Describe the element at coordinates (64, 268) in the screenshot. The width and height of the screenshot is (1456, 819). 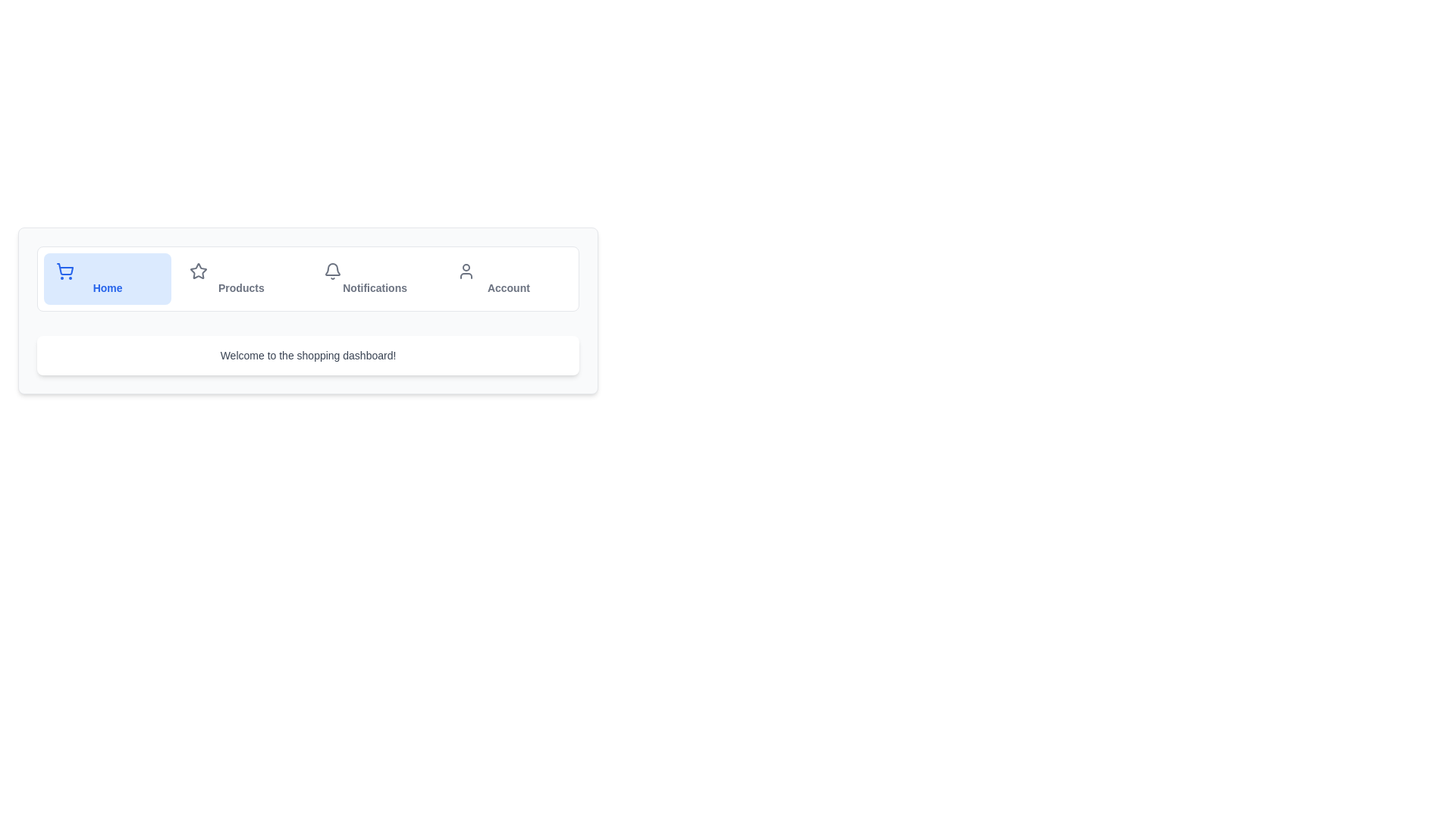
I see `the shopping cart icon in the 'Home' section of the navigation bar` at that location.